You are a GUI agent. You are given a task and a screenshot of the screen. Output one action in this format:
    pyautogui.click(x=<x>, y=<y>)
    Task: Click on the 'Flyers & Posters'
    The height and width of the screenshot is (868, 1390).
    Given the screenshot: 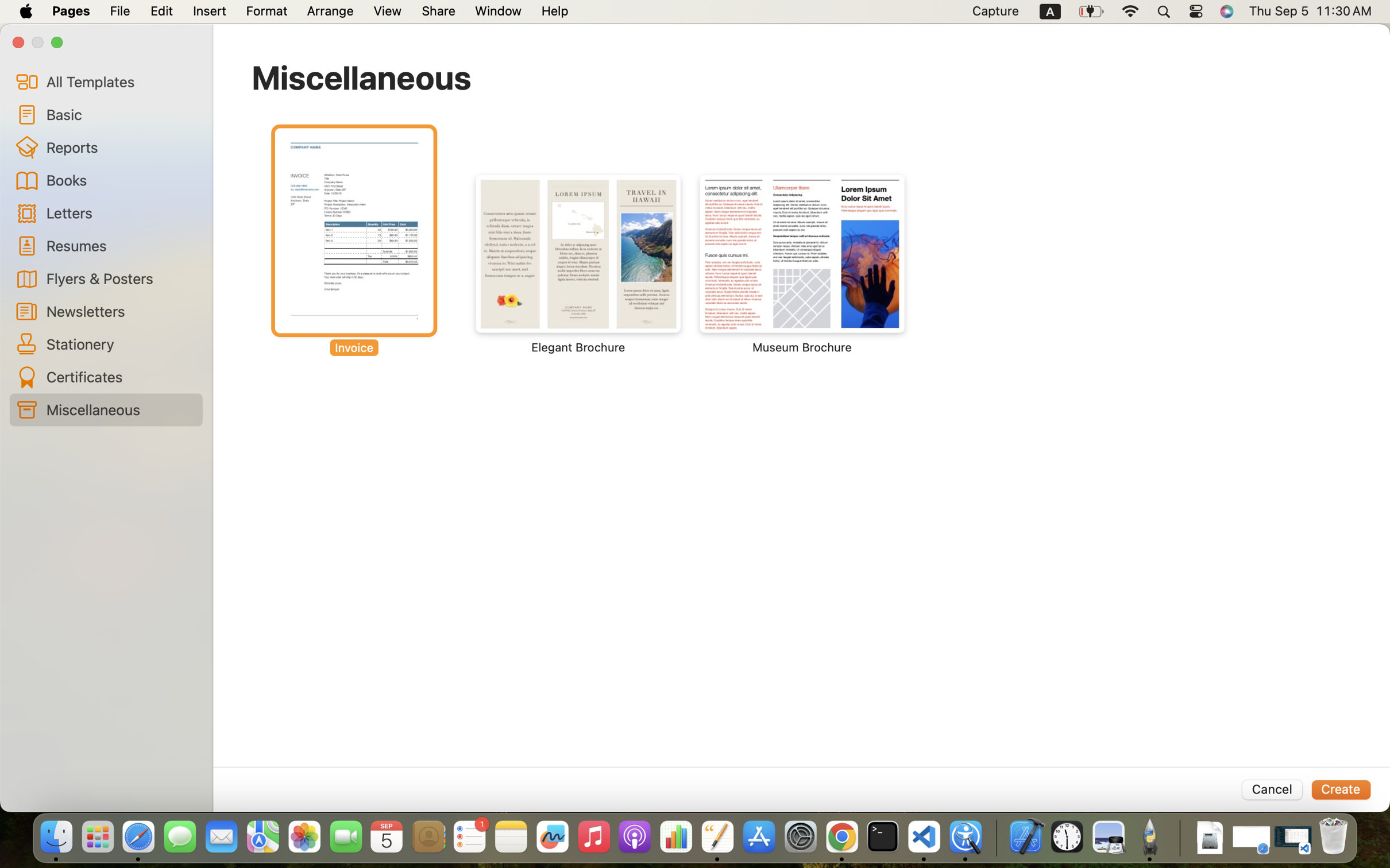 What is the action you would take?
    pyautogui.click(x=119, y=277)
    